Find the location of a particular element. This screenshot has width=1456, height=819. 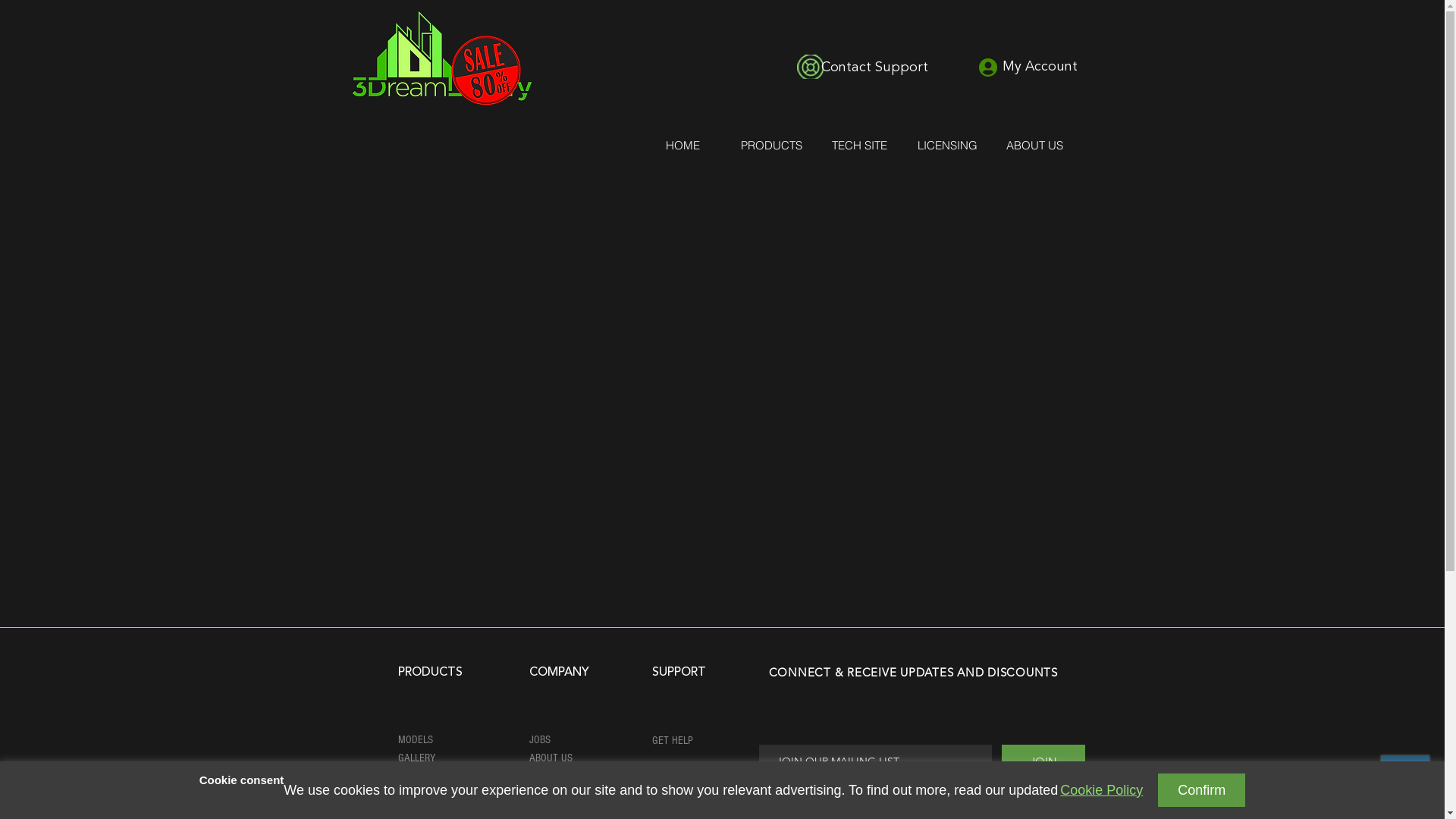

'HOME' is located at coordinates (638, 145).